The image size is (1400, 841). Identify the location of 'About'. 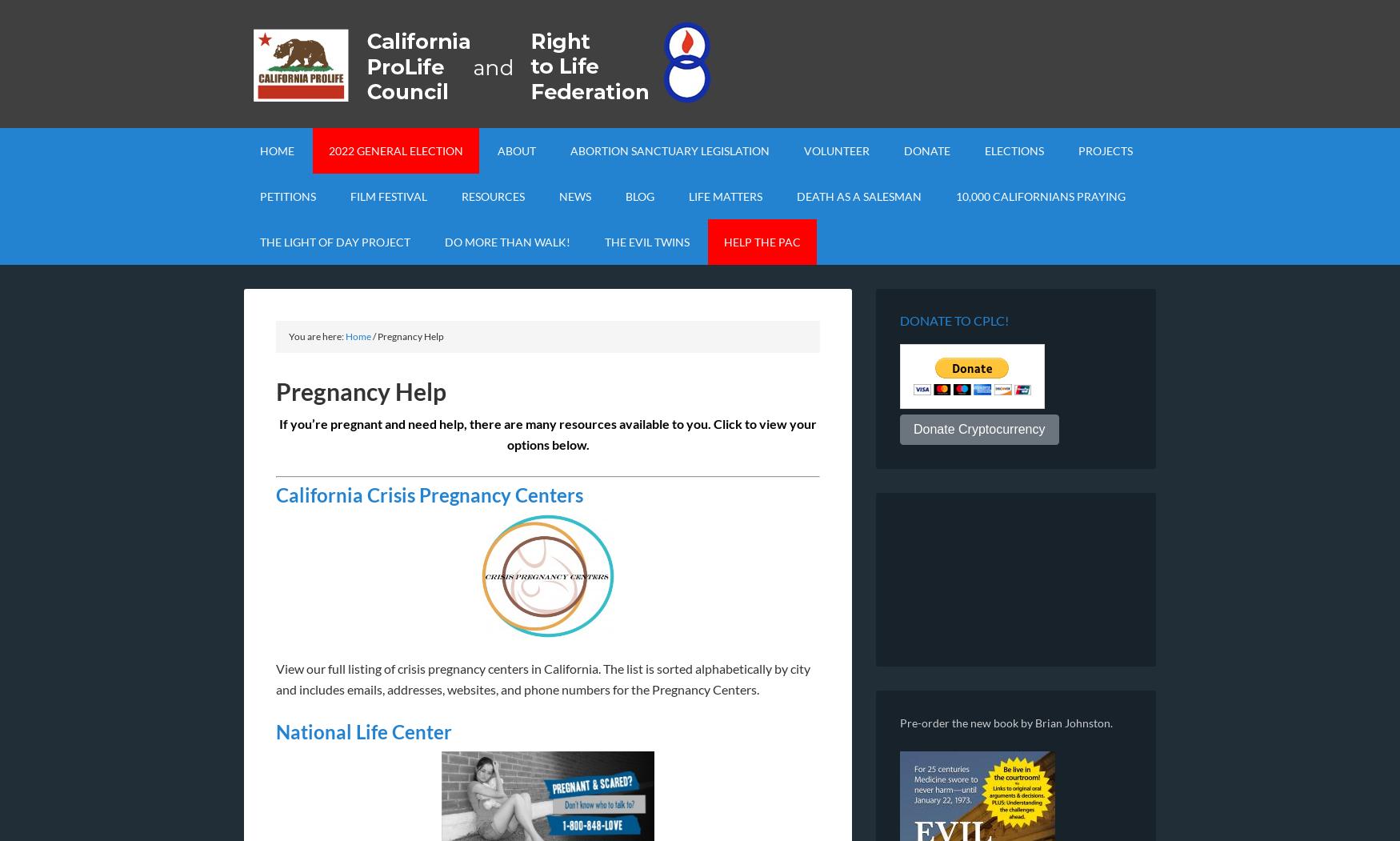
(515, 150).